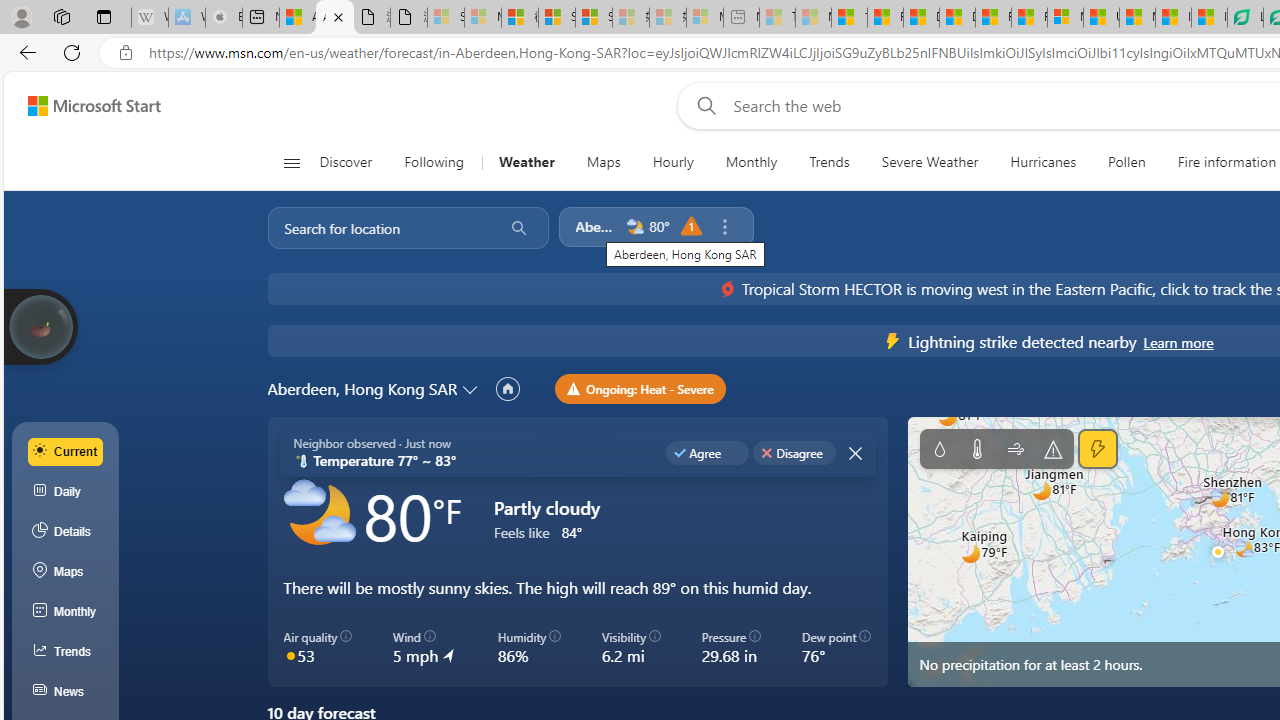 Image resolution: width=1280 pixels, height=720 pixels. What do you see at coordinates (730, 648) in the screenshot?
I see `'Pressure 29.68 in'` at bounding box center [730, 648].